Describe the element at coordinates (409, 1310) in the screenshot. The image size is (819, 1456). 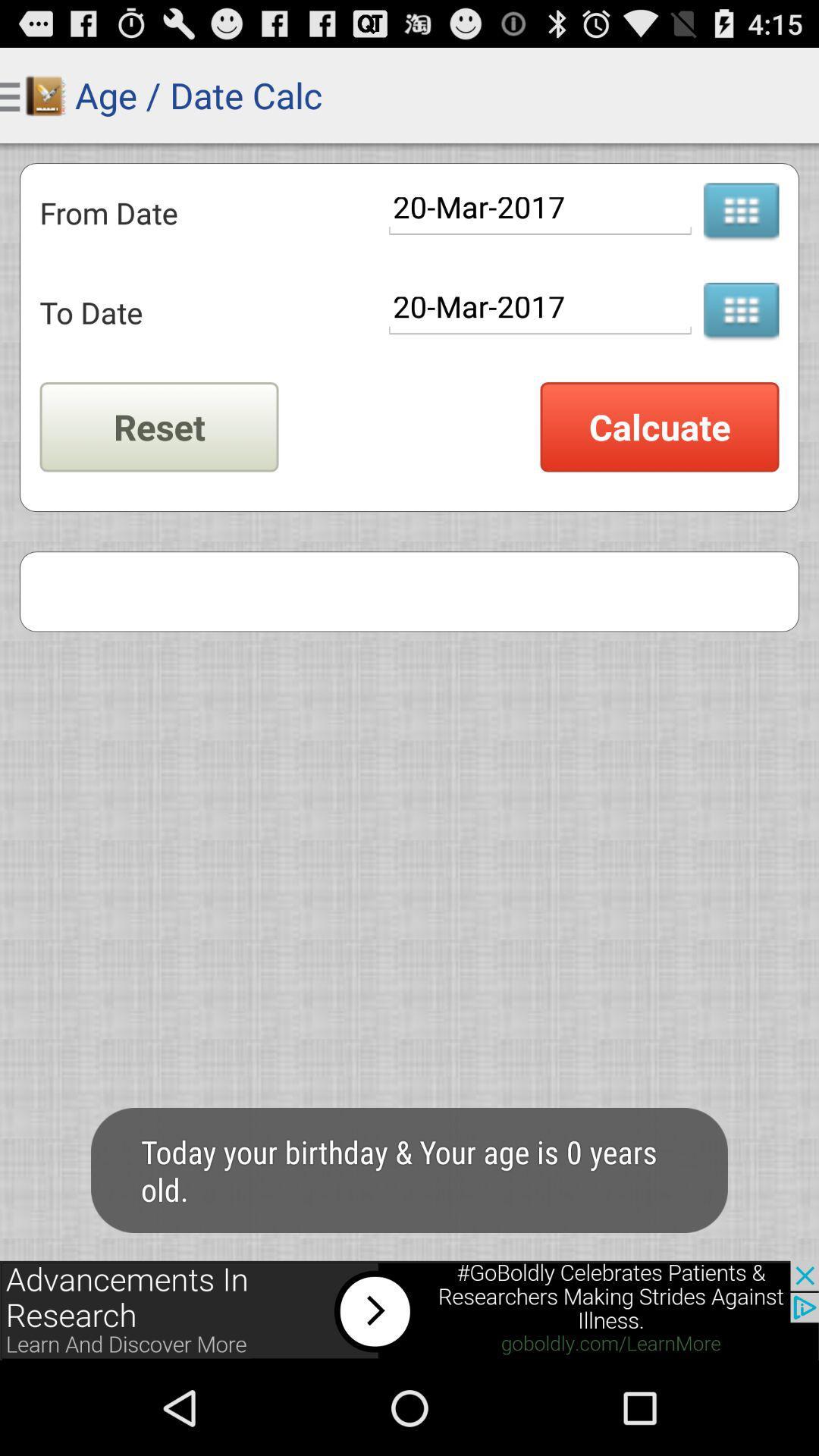
I see `visit advertiser` at that location.